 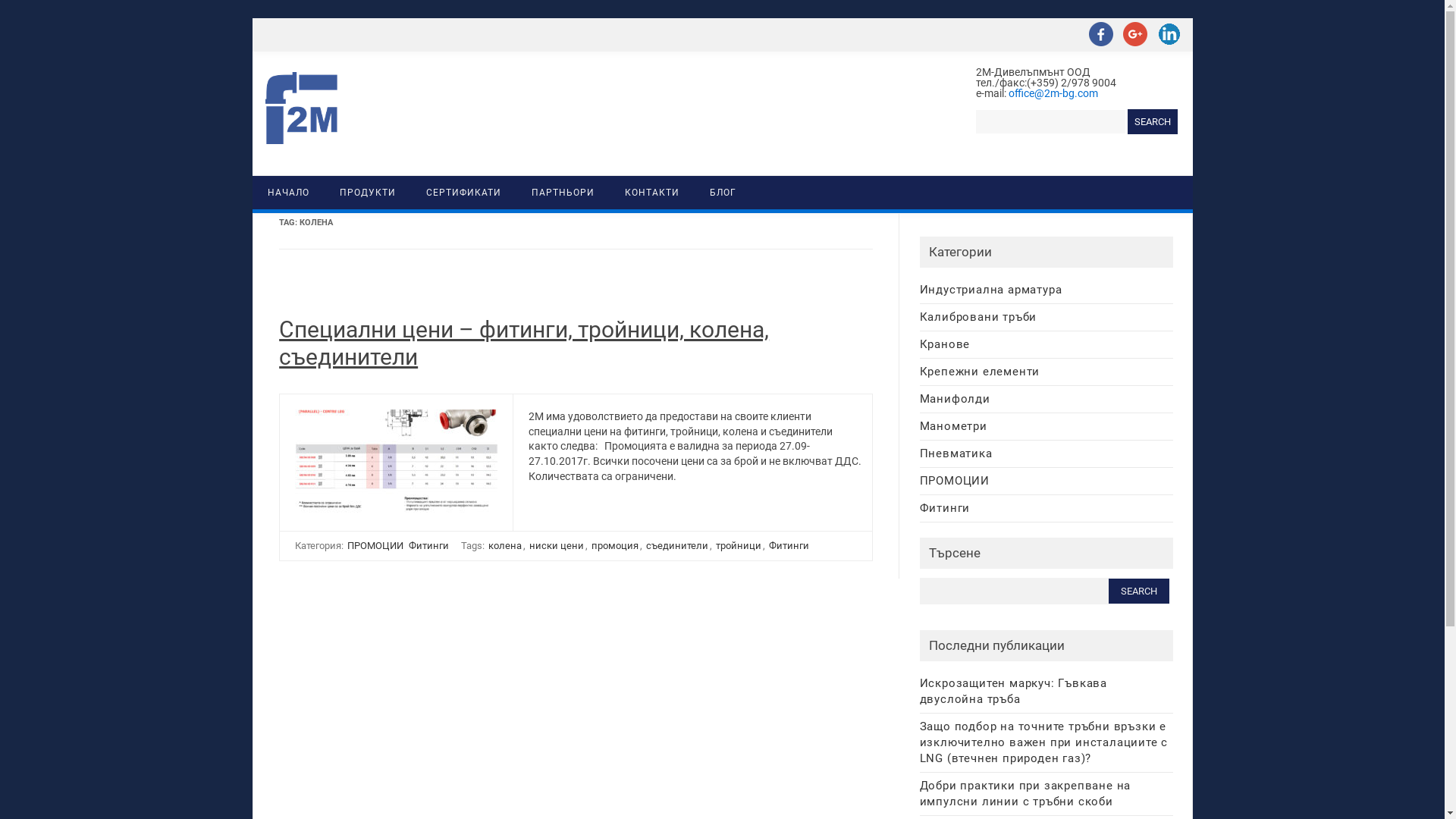 I want to click on 'Search', so click(x=1151, y=121).